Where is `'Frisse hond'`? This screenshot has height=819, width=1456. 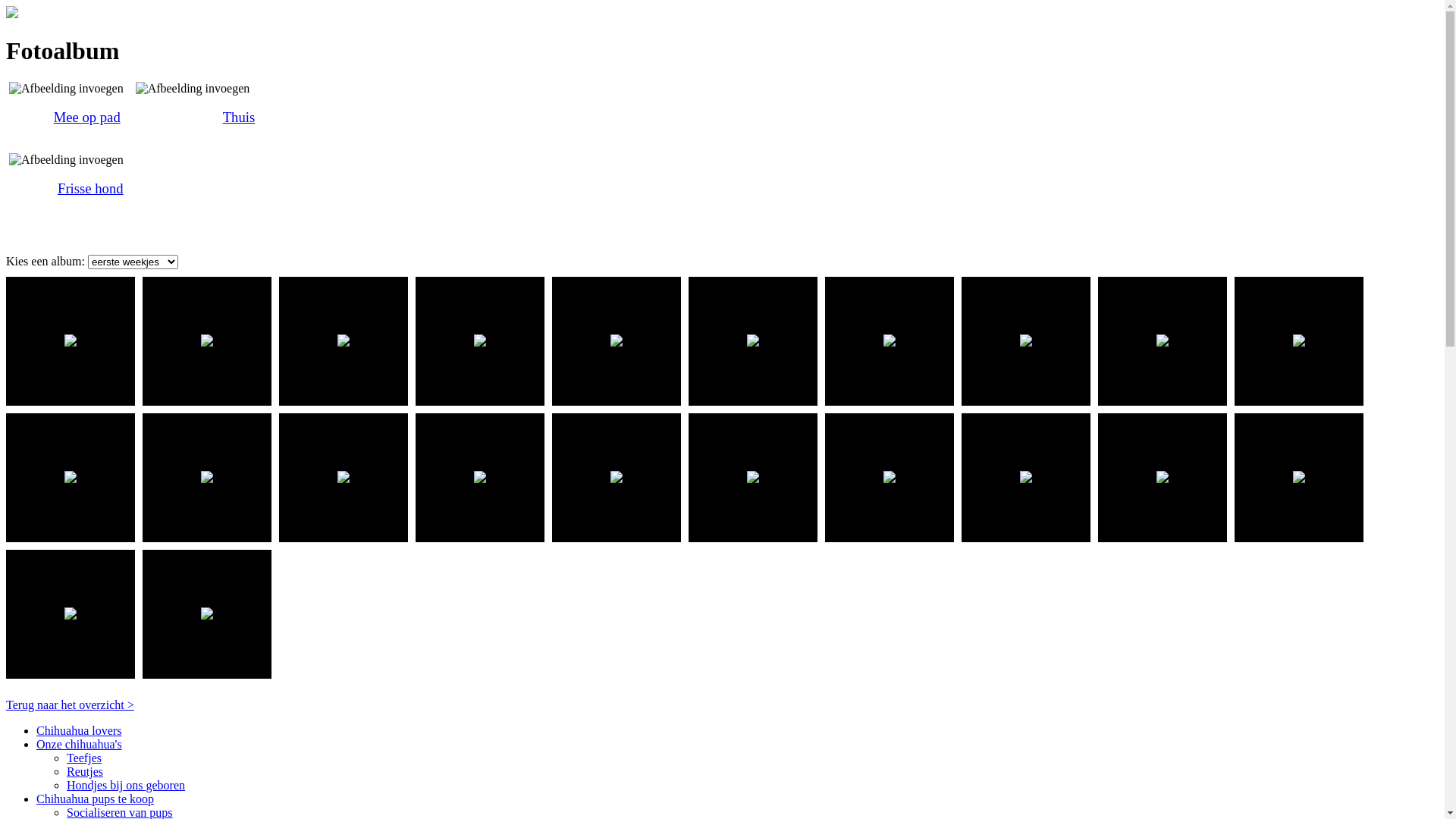
'Frisse hond' is located at coordinates (89, 187).